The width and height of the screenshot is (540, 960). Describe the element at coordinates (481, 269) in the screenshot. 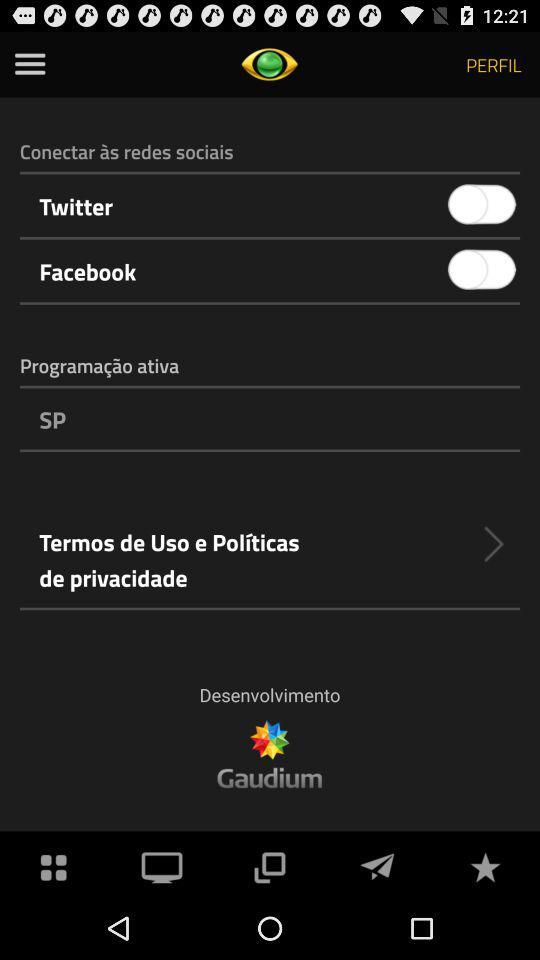

I see `connect to facebook` at that location.